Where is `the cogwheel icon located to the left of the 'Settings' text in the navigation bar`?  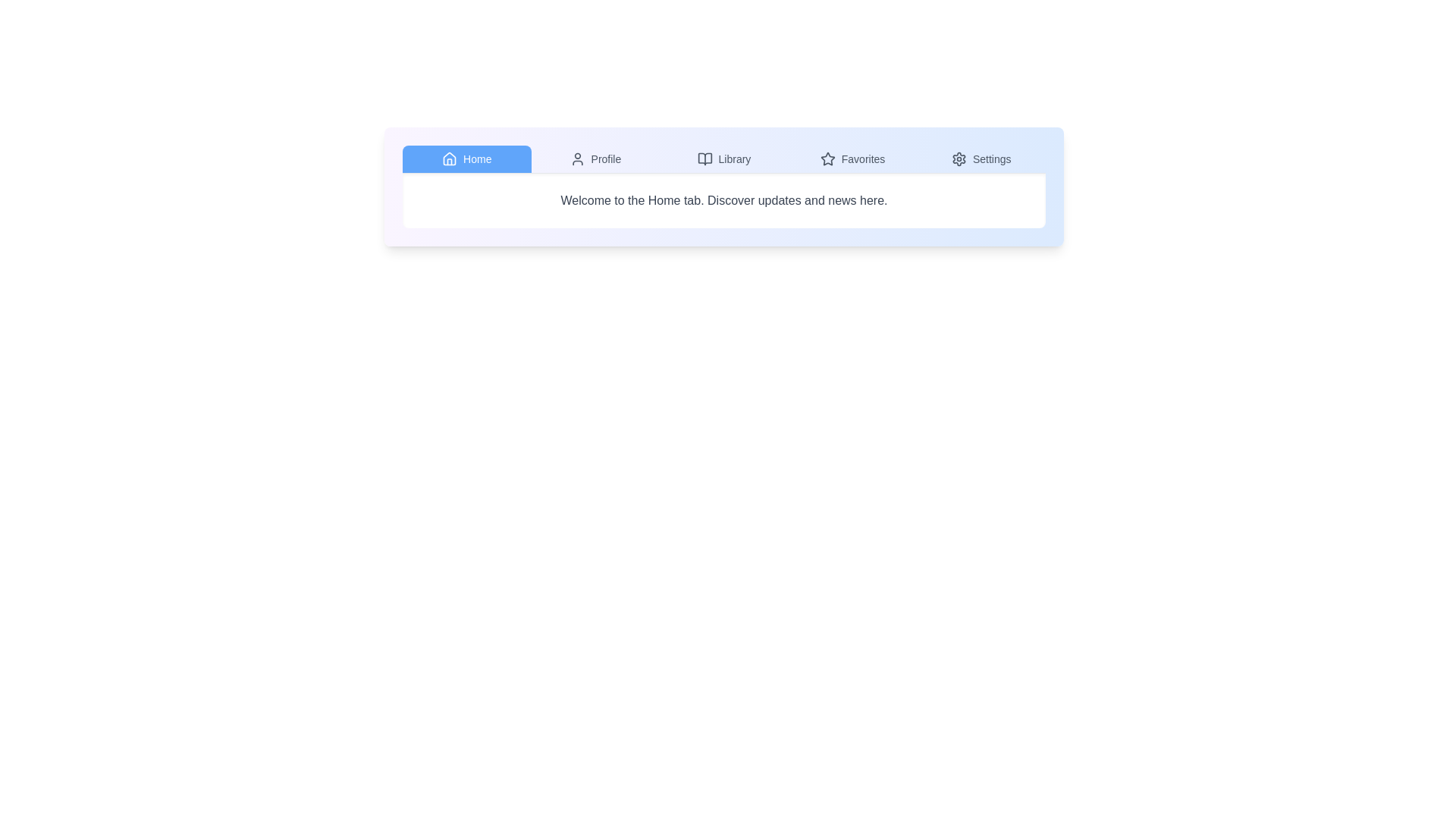
the cogwheel icon located to the left of the 'Settings' text in the navigation bar is located at coordinates (958, 158).